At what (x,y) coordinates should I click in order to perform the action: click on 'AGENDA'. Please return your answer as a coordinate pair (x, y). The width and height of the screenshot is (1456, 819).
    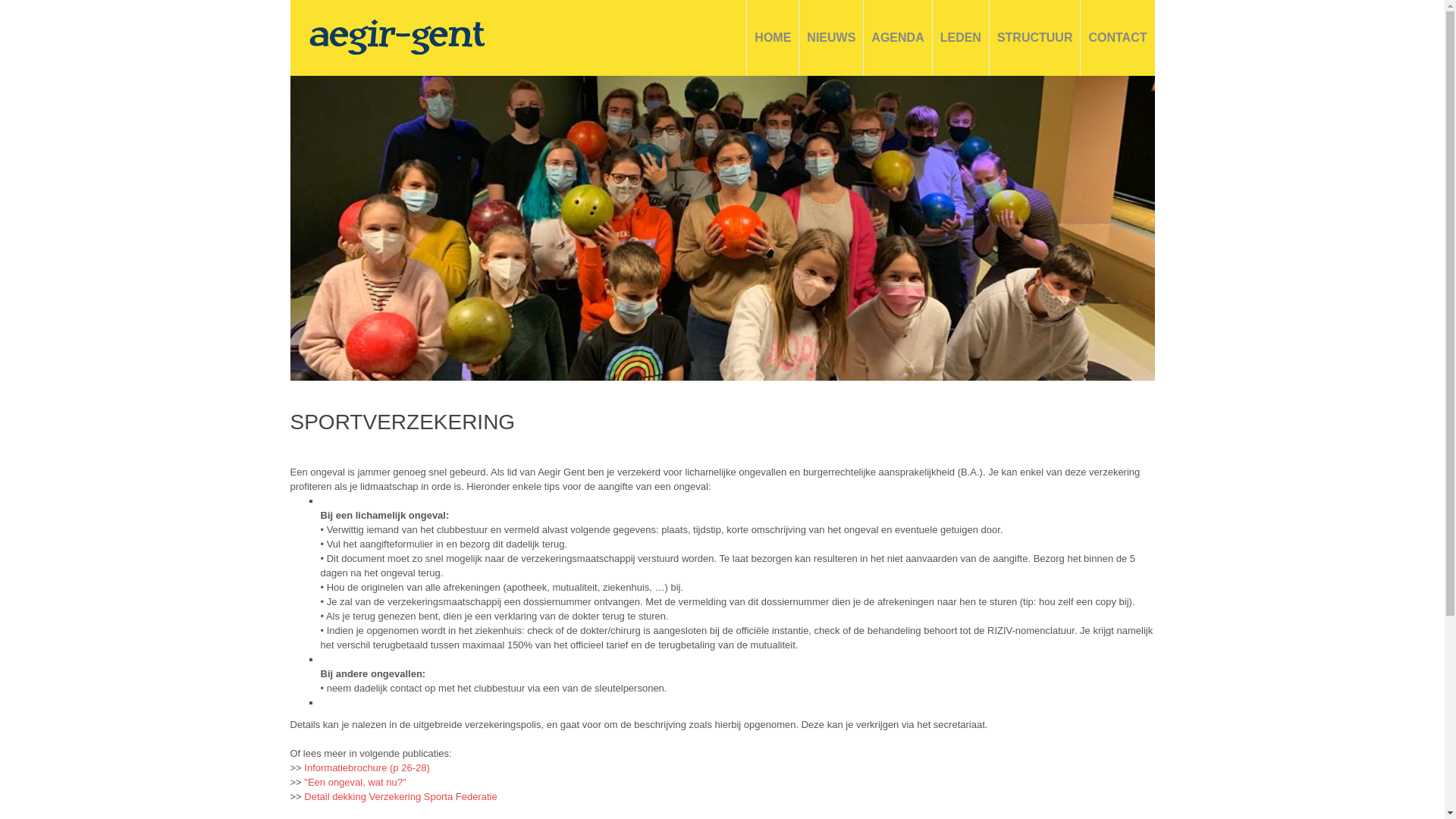
    Looking at the image, I should click on (871, 37).